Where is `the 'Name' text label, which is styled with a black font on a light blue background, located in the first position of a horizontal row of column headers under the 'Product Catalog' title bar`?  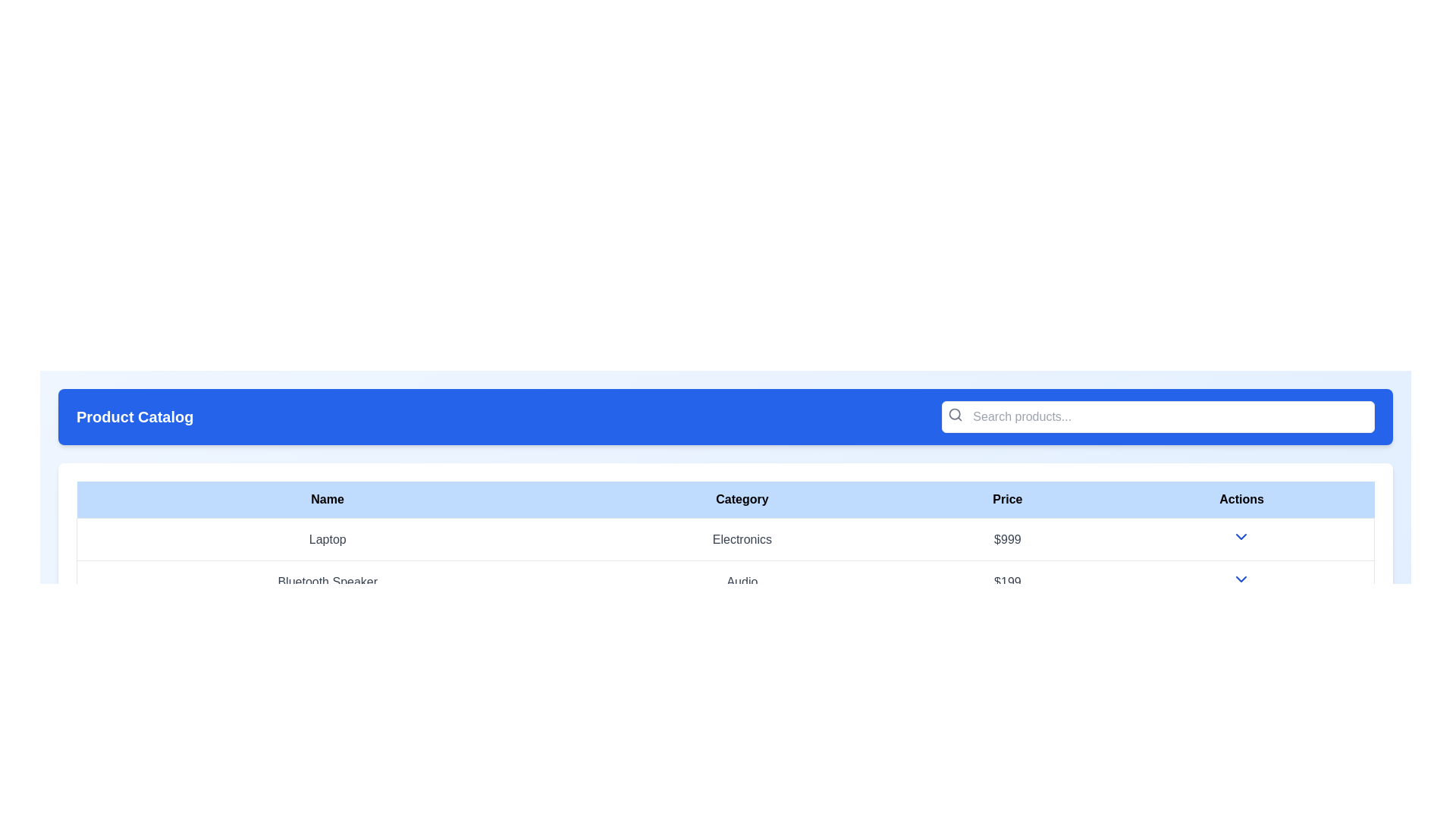
the 'Name' text label, which is styled with a black font on a light blue background, located in the first position of a horizontal row of column headers under the 'Product Catalog' title bar is located at coordinates (327, 500).